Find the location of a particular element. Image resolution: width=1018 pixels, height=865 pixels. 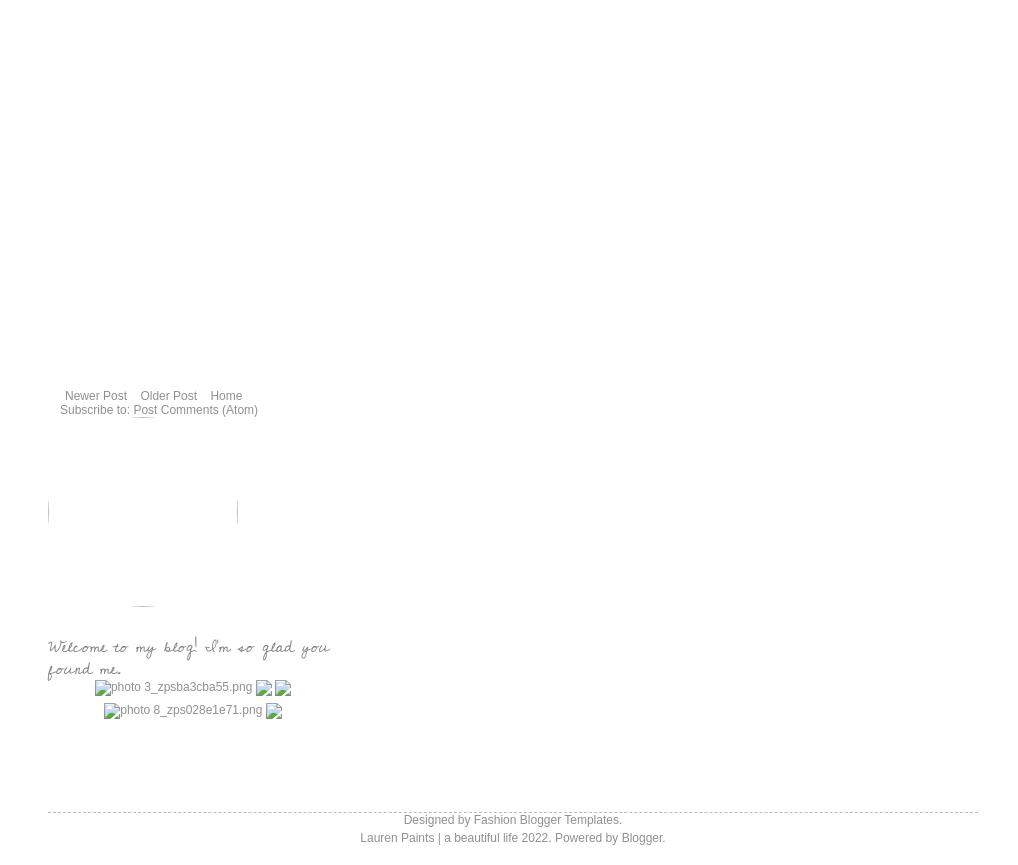

'Designed by Fashion' is located at coordinates (460, 819).